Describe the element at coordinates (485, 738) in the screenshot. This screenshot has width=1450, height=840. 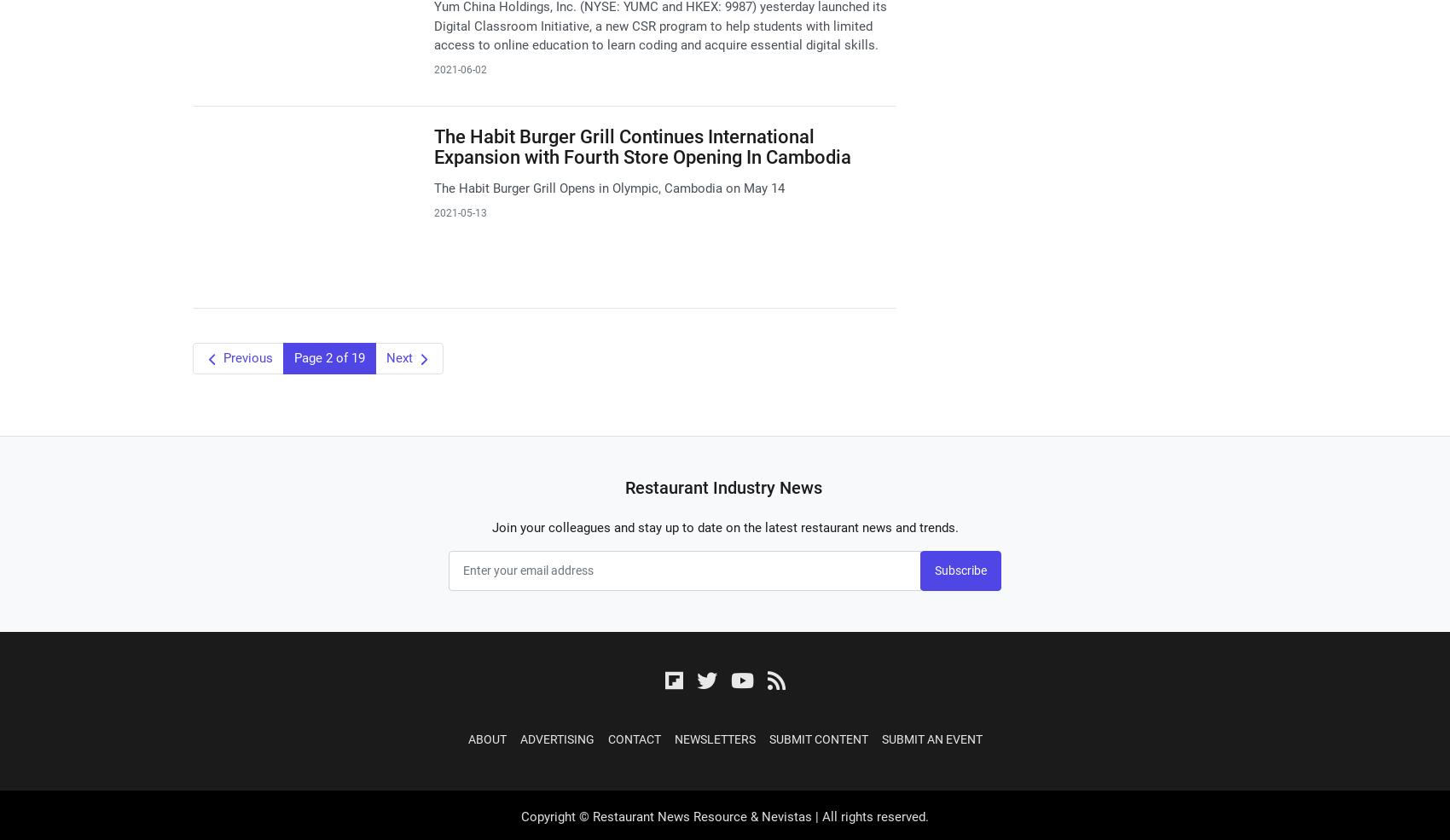
I see `'About'` at that location.